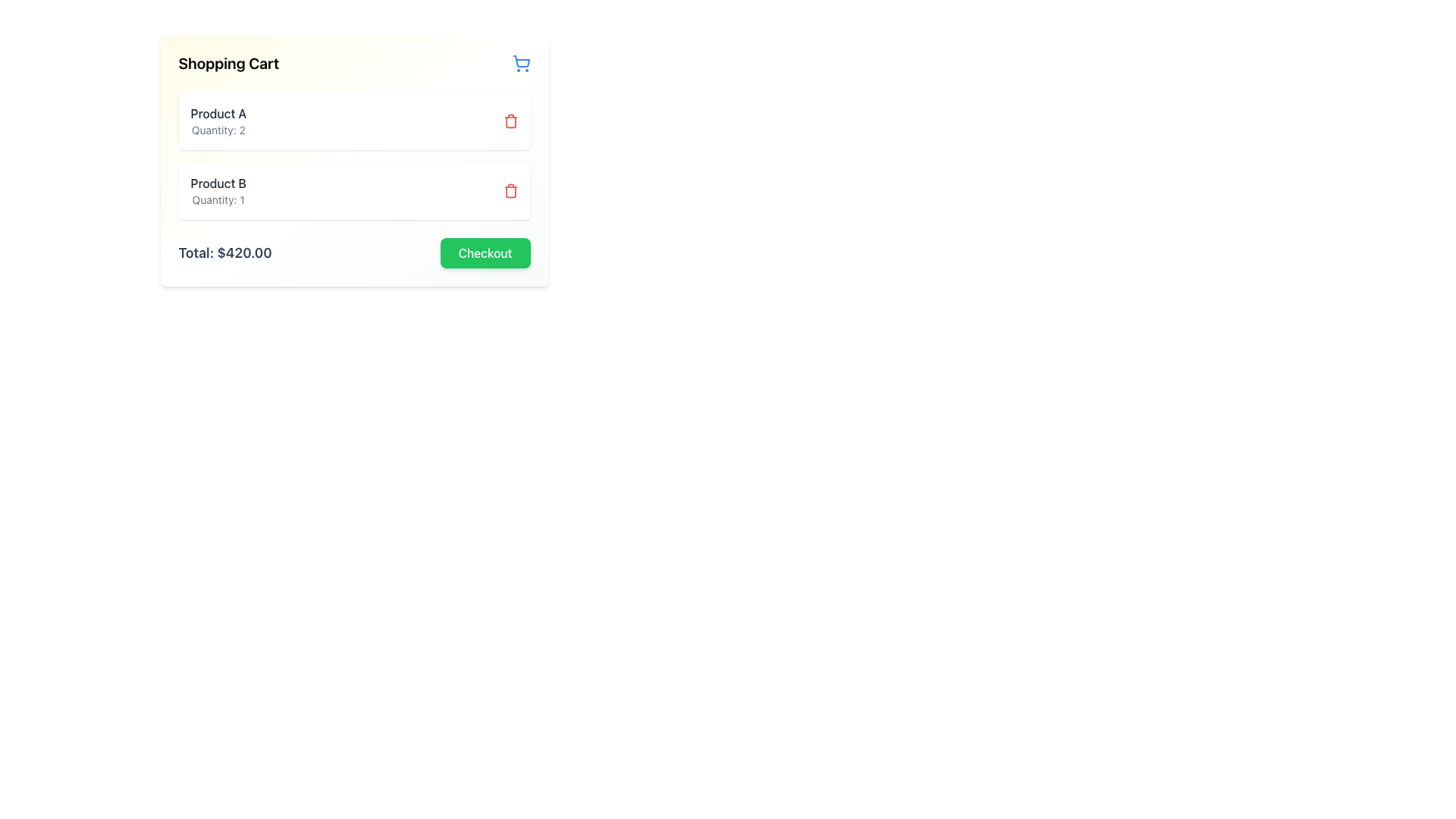 This screenshot has height=819, width=1456. What do you see at coordinates (521, 63) in the screenshot?
I see `the blue outlined shopping cart icon located to the right of the 'Shopping Cart' title` at bounding box center [521, 63].